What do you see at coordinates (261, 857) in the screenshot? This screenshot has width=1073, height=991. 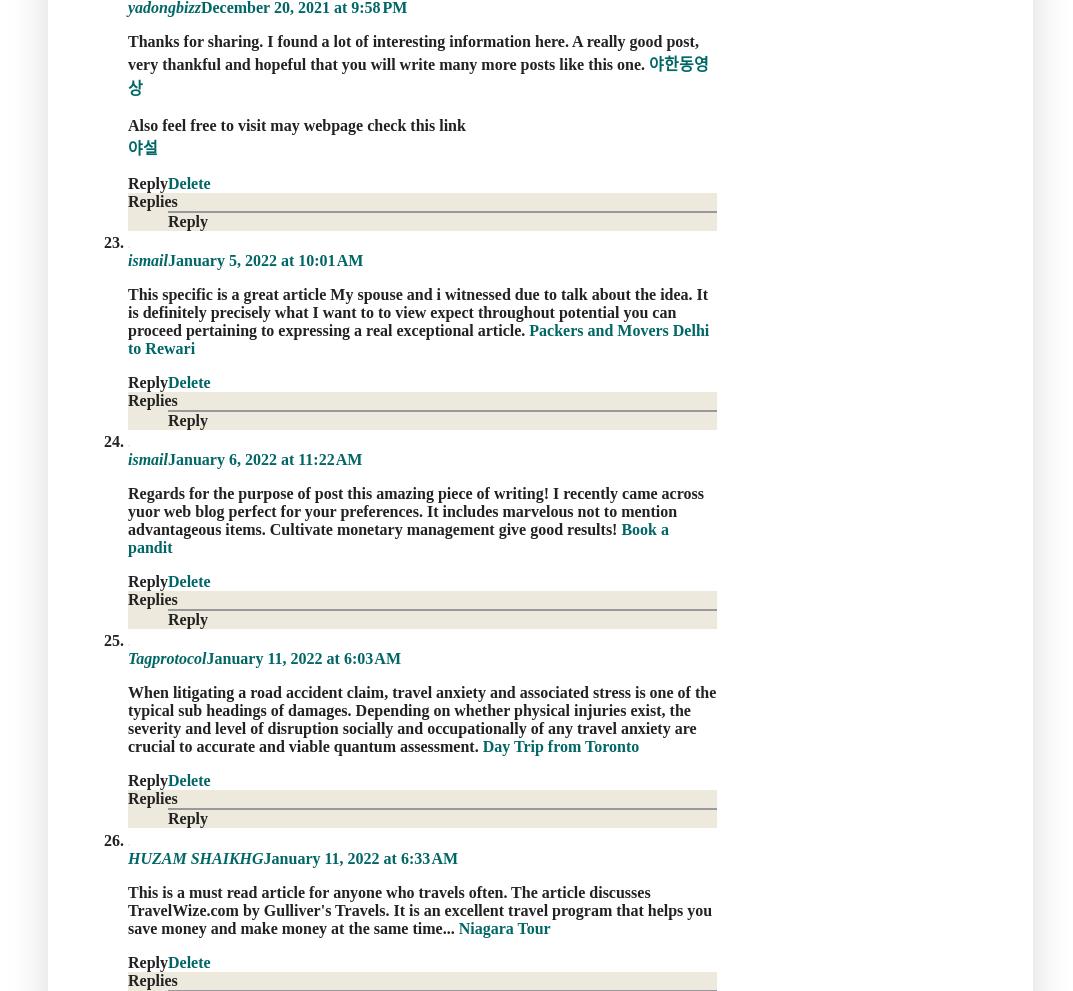 I see `'January 11, 2022 at 6:33 AM'` at bounding box center [261, 857].